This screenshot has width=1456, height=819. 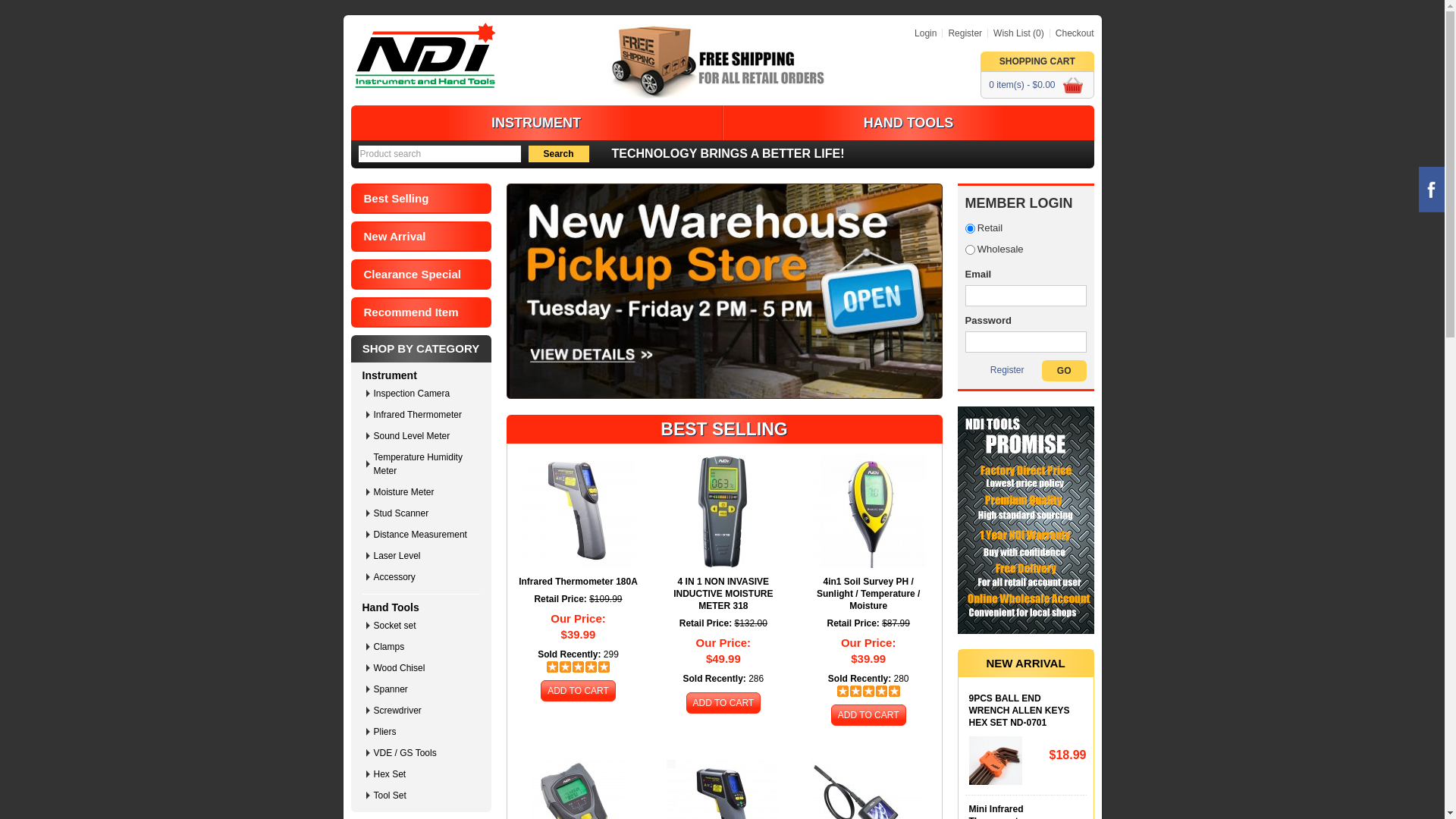 I want to click on 'Best Selling', so click(x=420, y=198).